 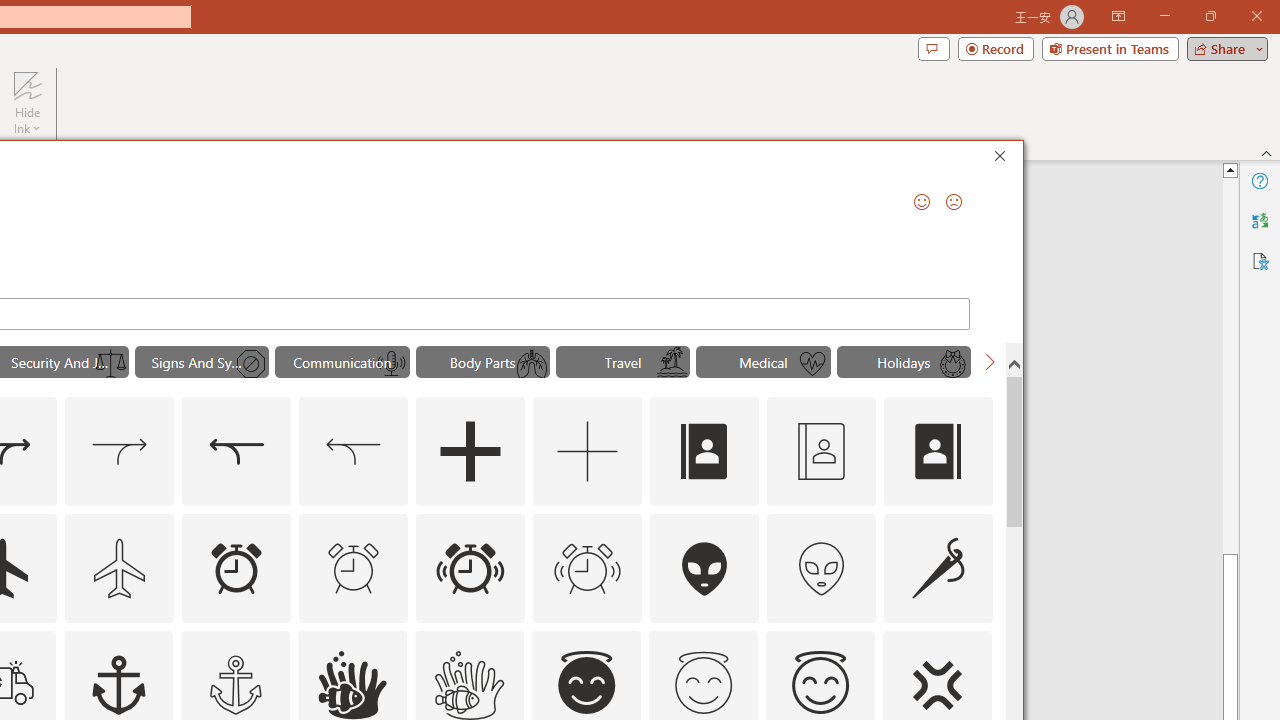 What do you see at coordinates (353, 568) in the screenshot?
I see `'AutomationID: Icons_AlarmClock_M'` at bounding box center [353, 568].